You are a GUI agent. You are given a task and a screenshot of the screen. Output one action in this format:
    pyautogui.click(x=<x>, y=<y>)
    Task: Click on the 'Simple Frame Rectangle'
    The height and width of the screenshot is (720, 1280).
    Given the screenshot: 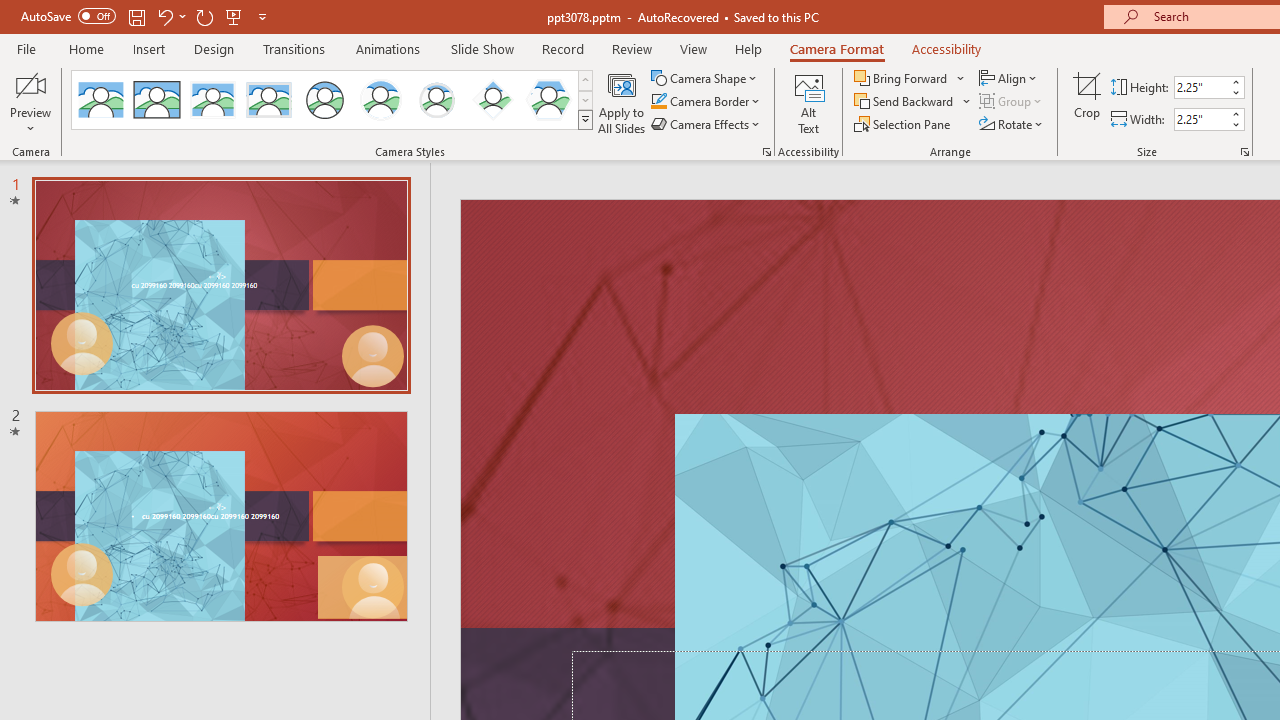 What is the action you would take?
    pyautogui.click(x=156, y=100)
    